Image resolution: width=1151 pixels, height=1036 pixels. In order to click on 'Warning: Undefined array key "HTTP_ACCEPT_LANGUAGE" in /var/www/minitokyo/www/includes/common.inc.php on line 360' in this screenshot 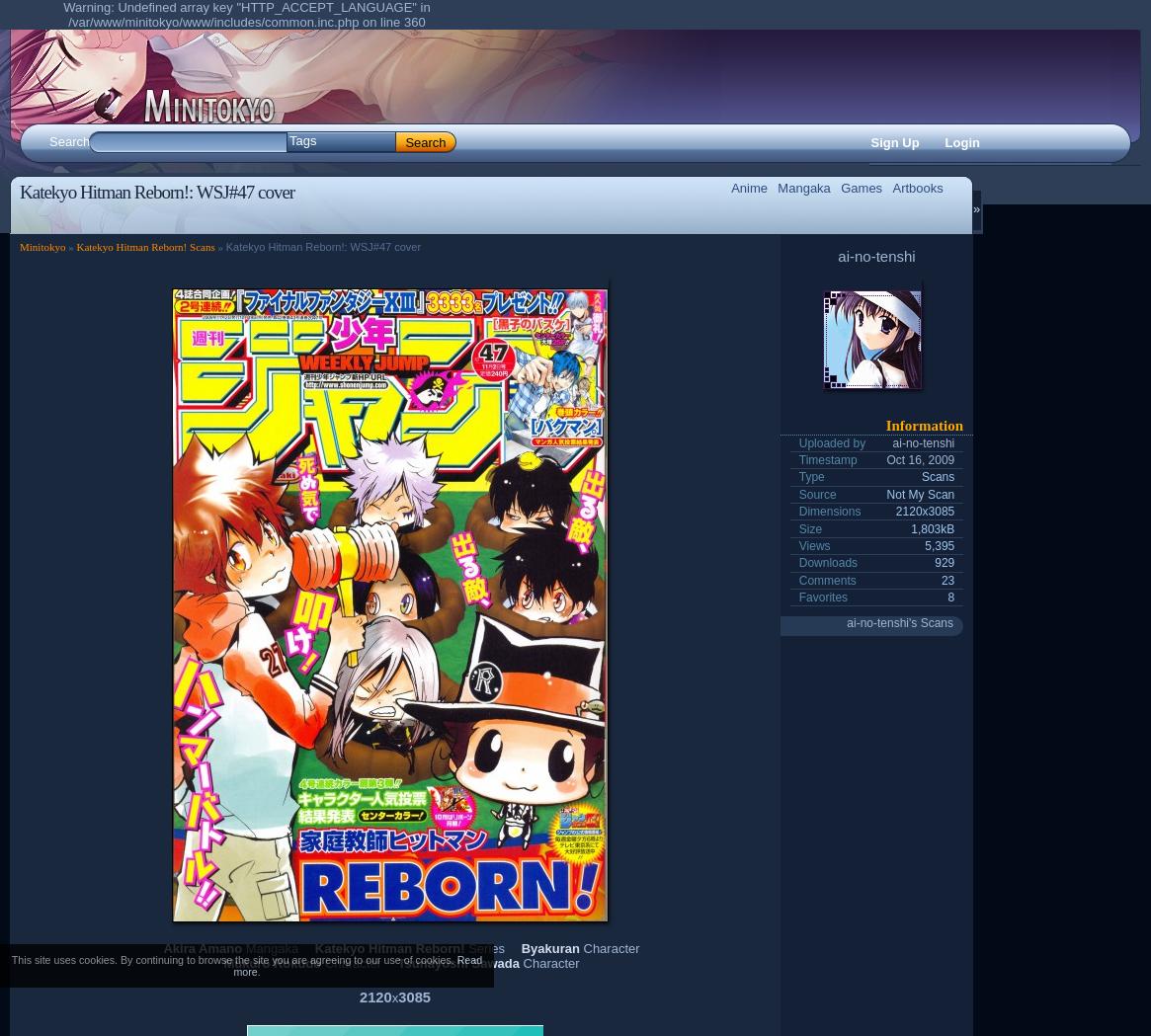, I will do `click(246, 14)`.